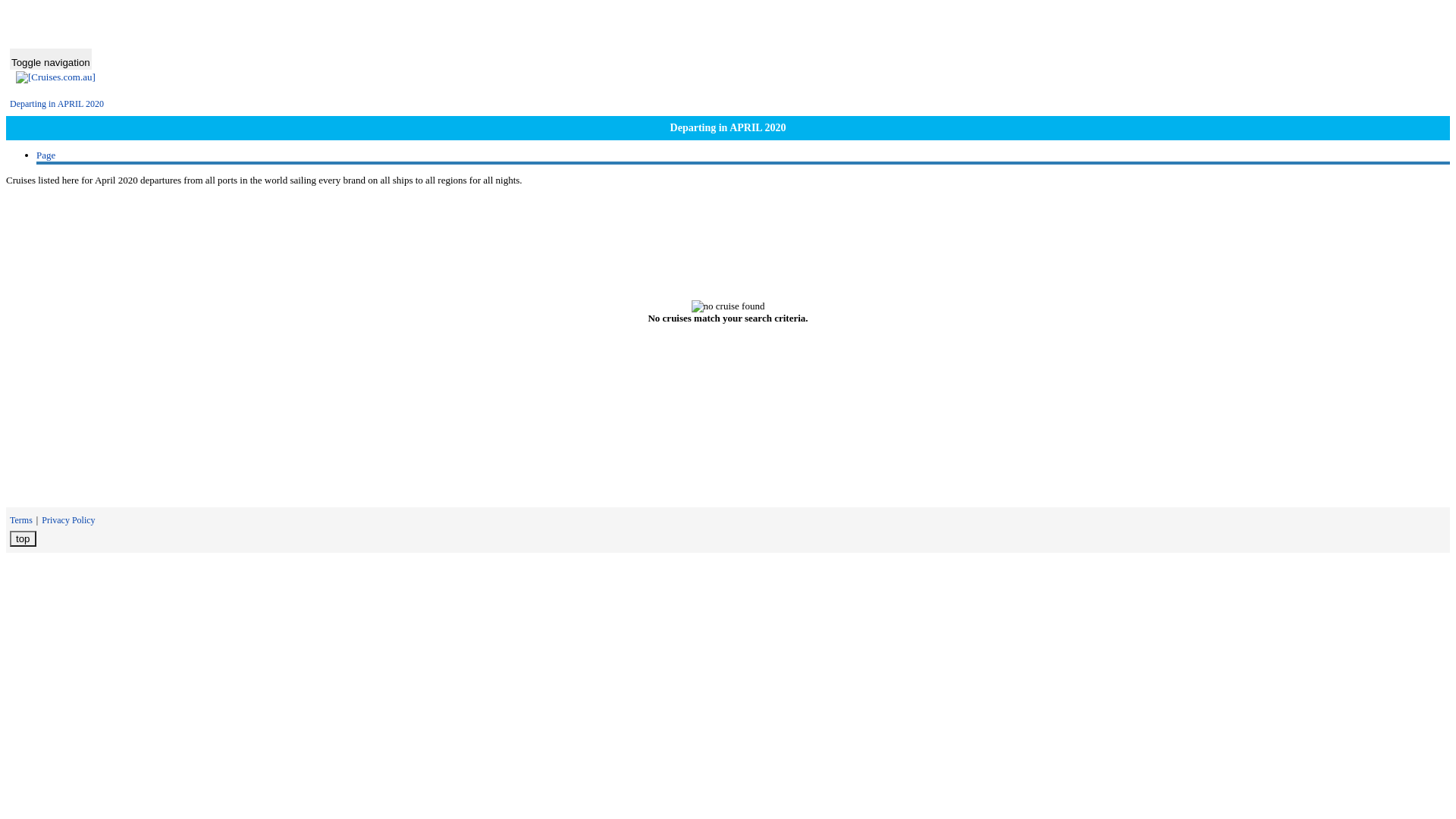 This screenshot has width=1456, height=819. I want to click on 'Terms', so click(10, 519).